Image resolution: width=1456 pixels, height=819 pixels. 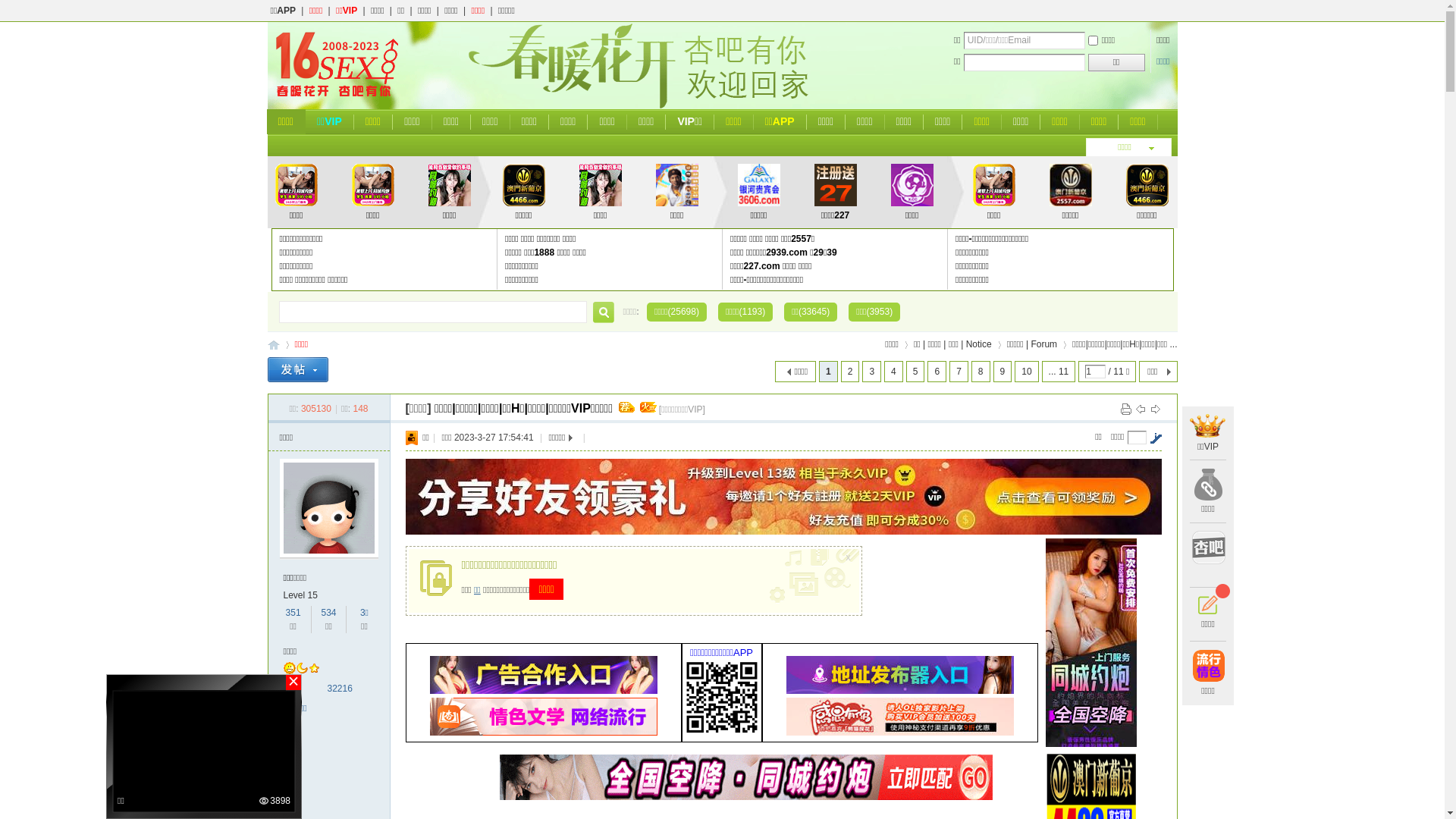 What do you see at coordinates (915, 371) in the screenshot?
I see `'5'` at bounding box center [915, 371].